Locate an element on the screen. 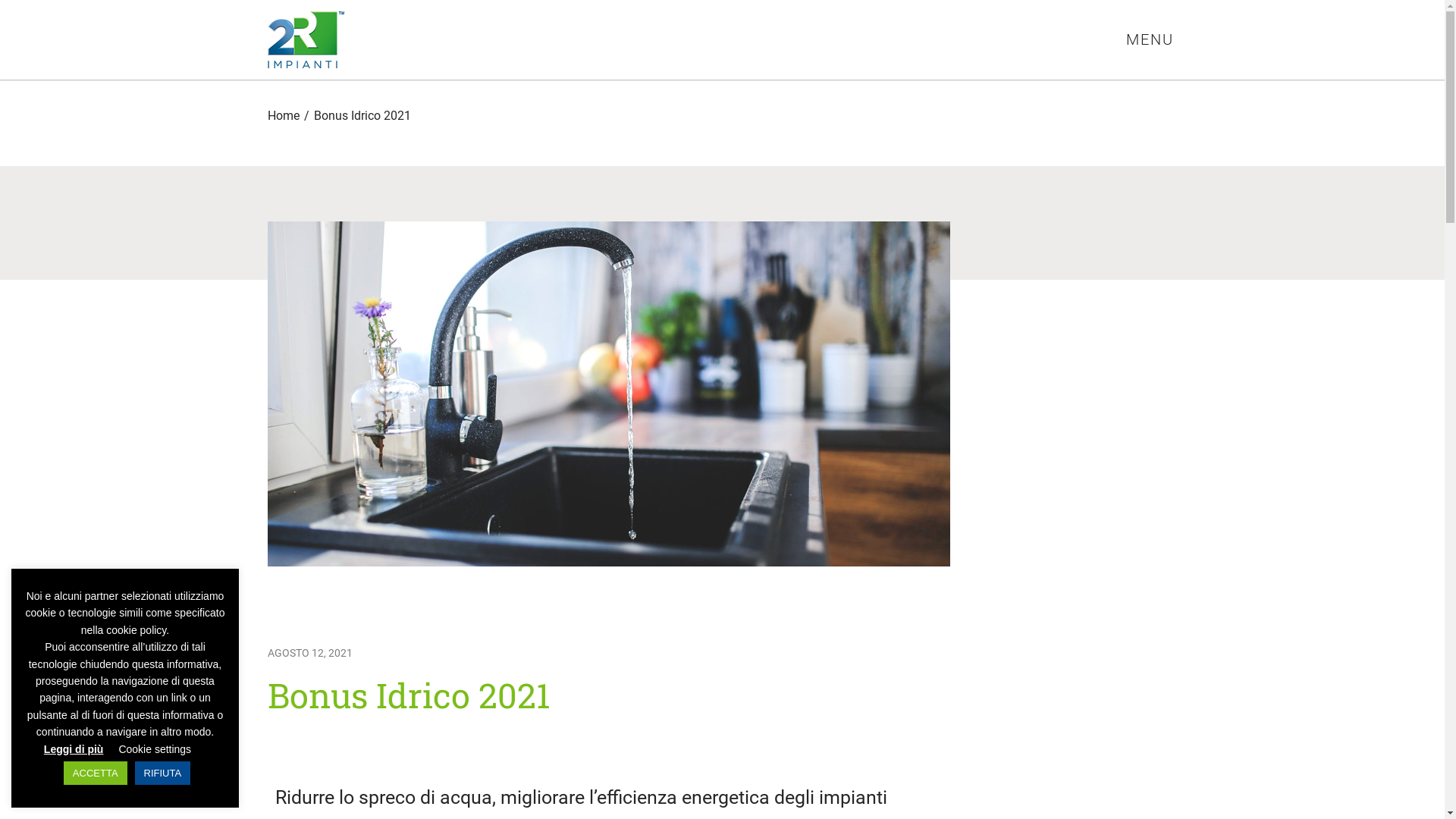  'Home' is located at coordinates (283, 115).